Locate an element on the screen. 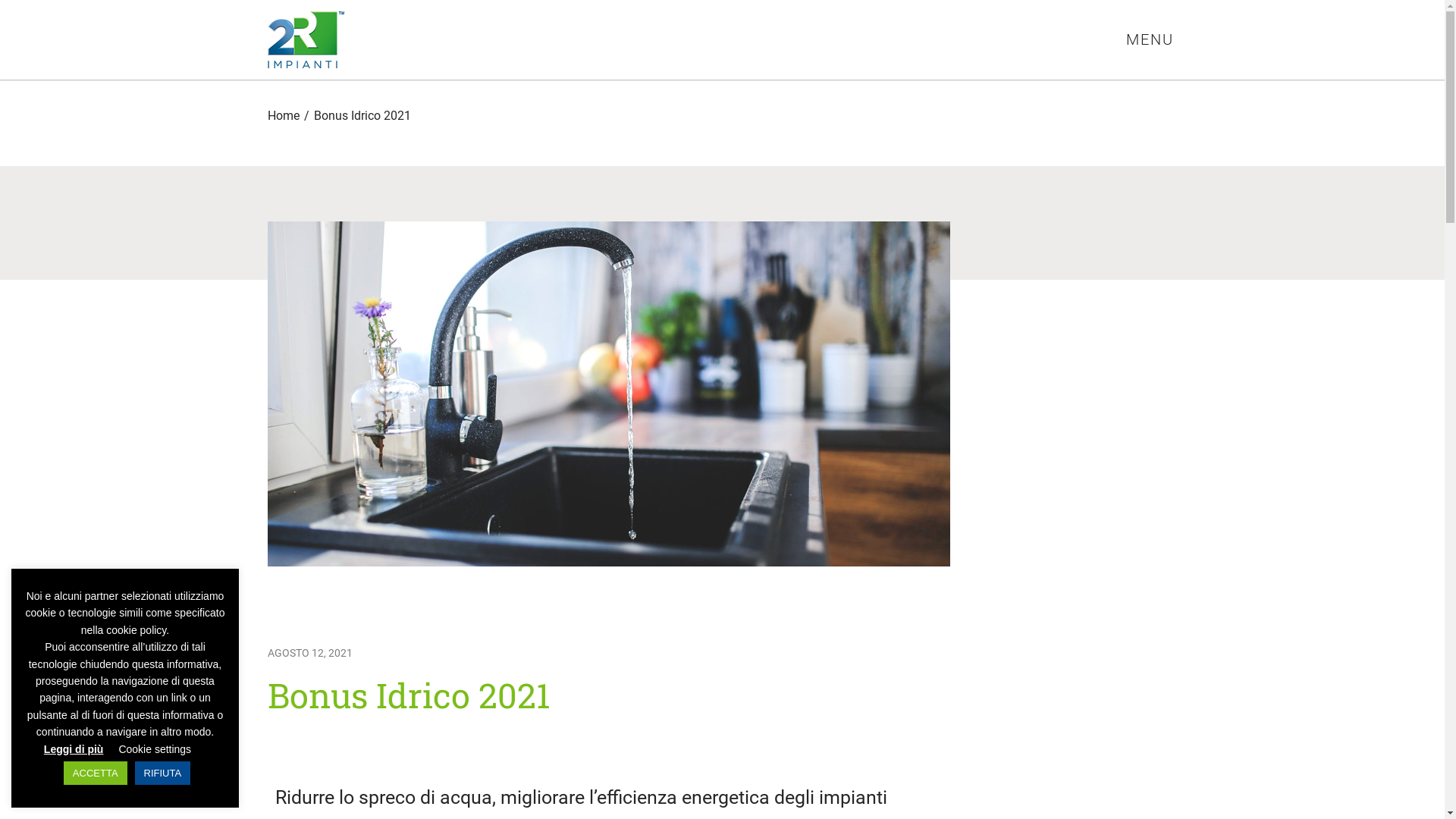  'Home' is located at coordinates (283, 115).